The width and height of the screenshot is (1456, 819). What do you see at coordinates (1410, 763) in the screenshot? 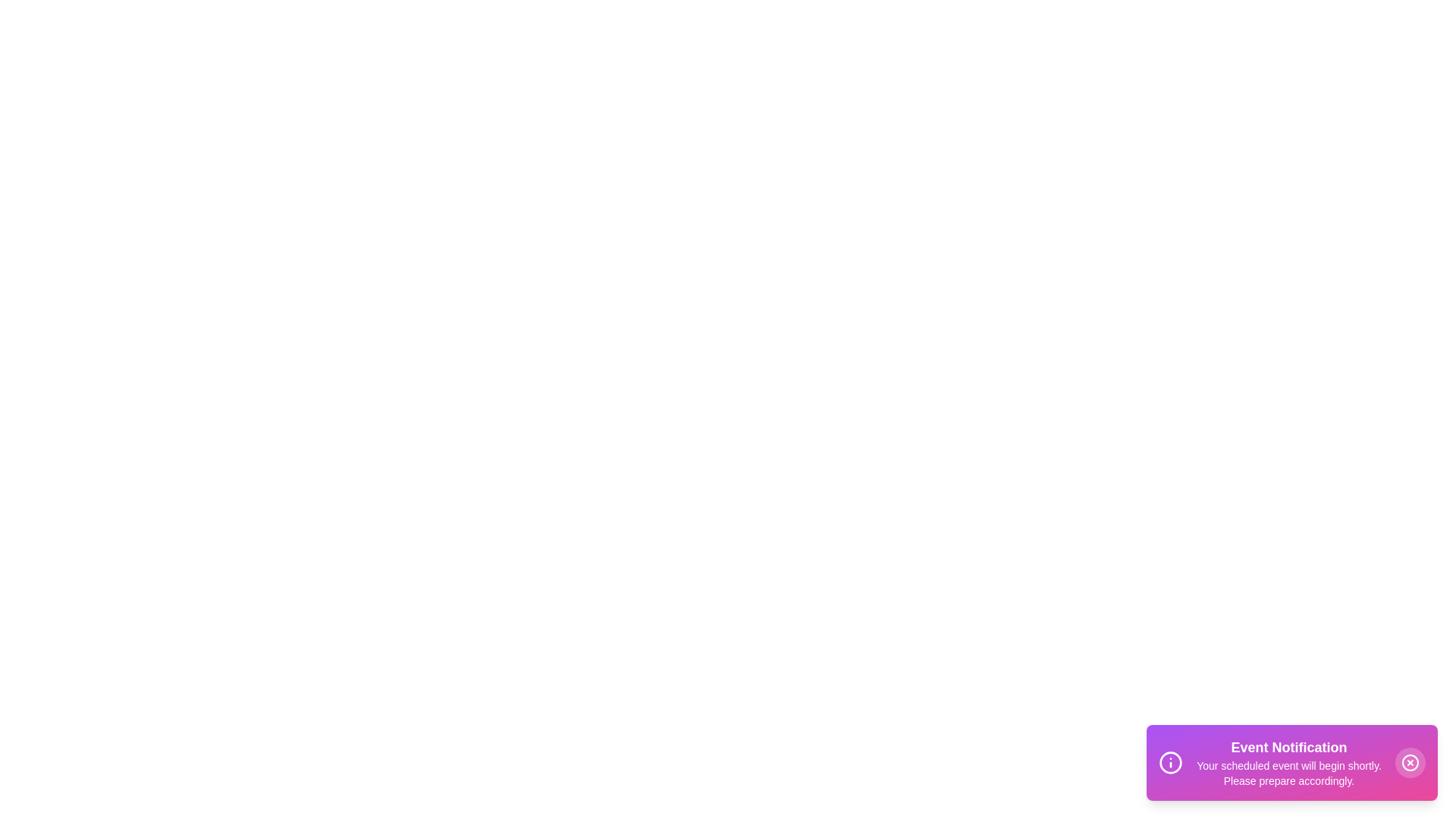
I see `the close button in the snackbar to dismiss it` at bounding box center [1410, 763].